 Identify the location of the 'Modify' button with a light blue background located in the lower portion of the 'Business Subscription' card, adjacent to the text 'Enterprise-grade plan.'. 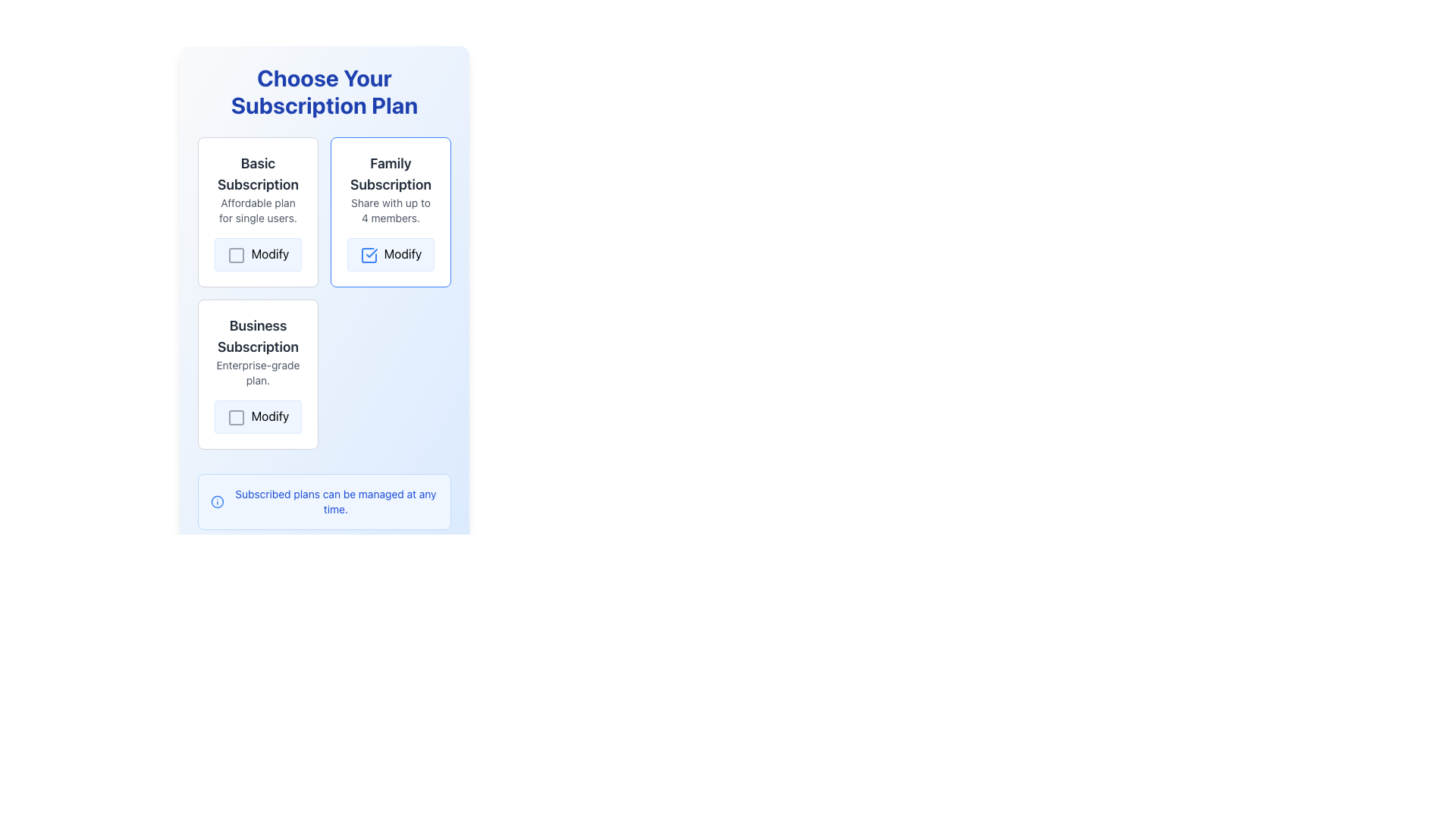
(258, 416).